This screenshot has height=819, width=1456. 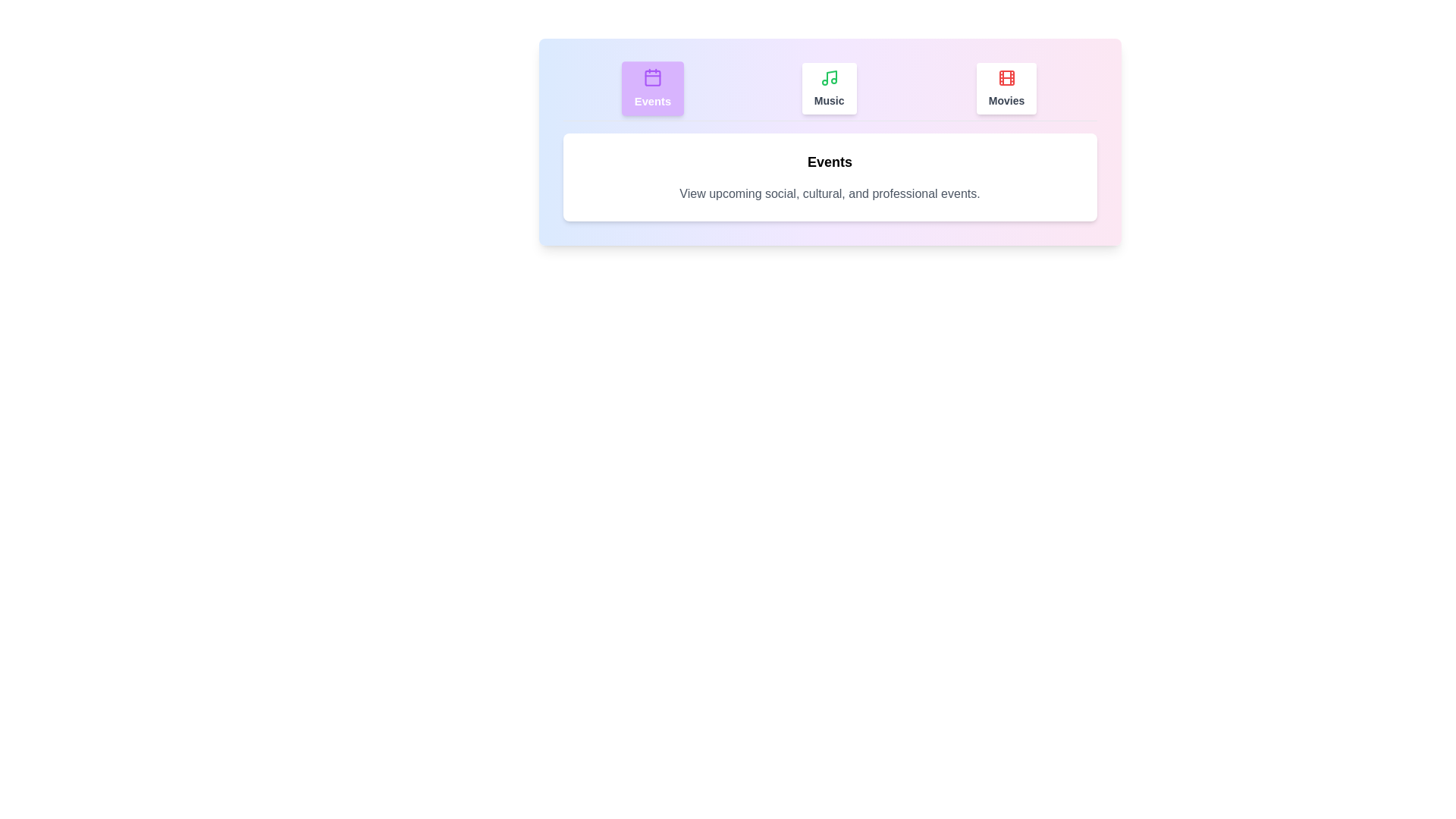 What do you see at coordinates (580, 184) in the screenshot?
I see `the text content of the active tab` at bounding box center [580, 184].